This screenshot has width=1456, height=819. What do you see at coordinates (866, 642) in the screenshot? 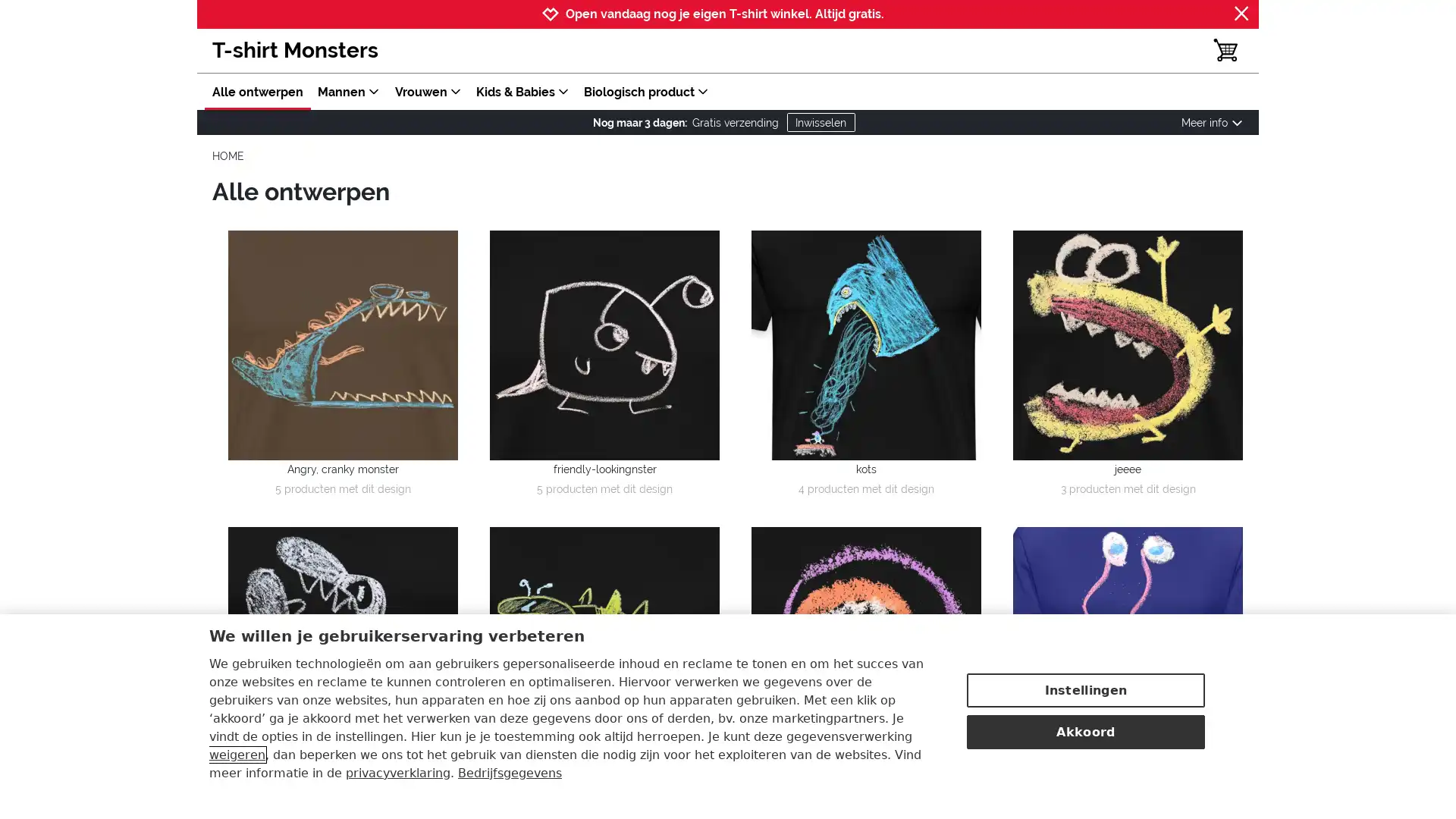
I see `mouth with feet - Mannen Premium T-shirt` at bounding box center [866, 642].